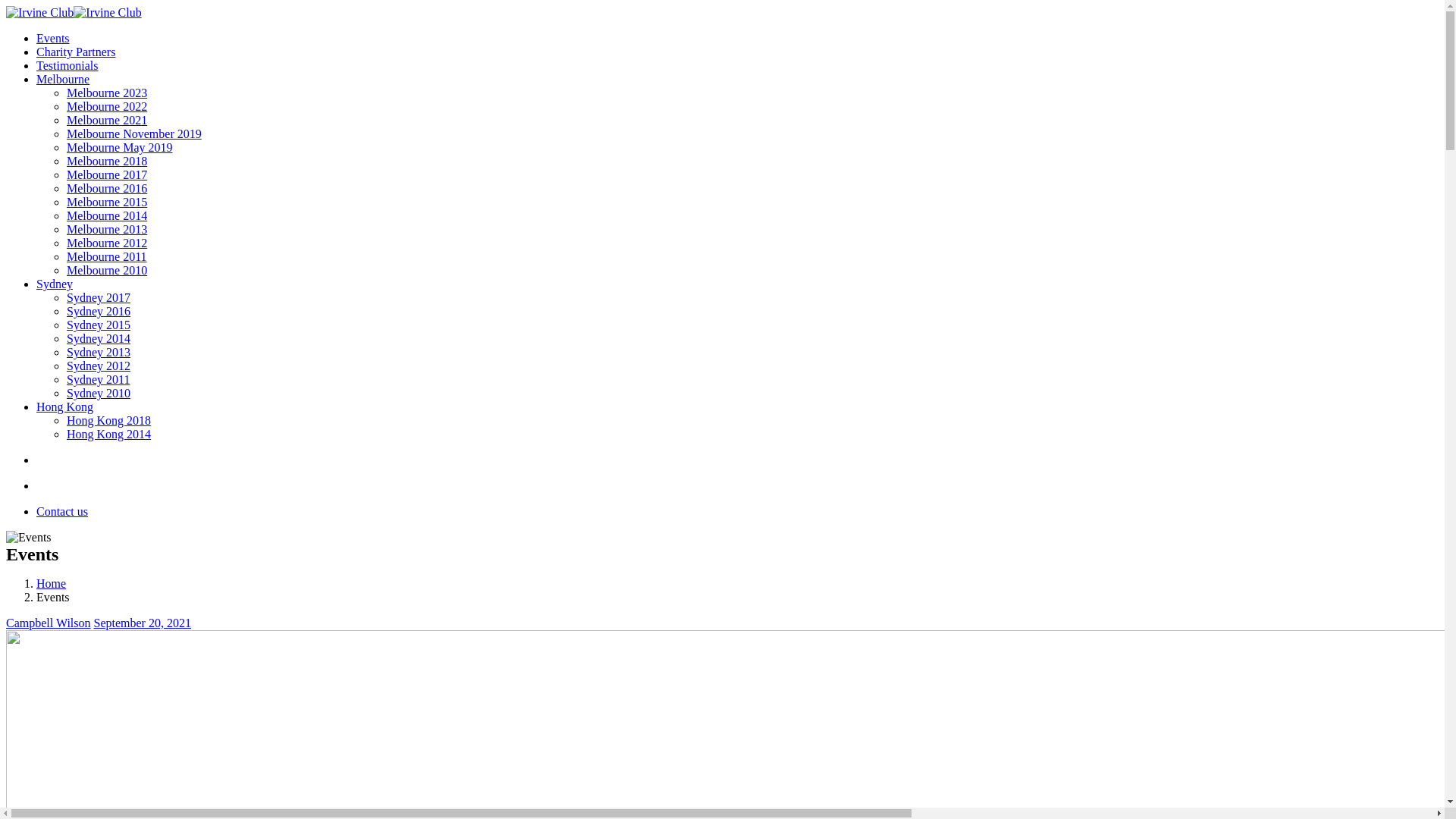 The height and width of the screenshot is (819, 1456). What do you see at coordinates (65, 187) in the screenshot?
I see `'Melbourne 2016'` at bounding box center [65, 187].